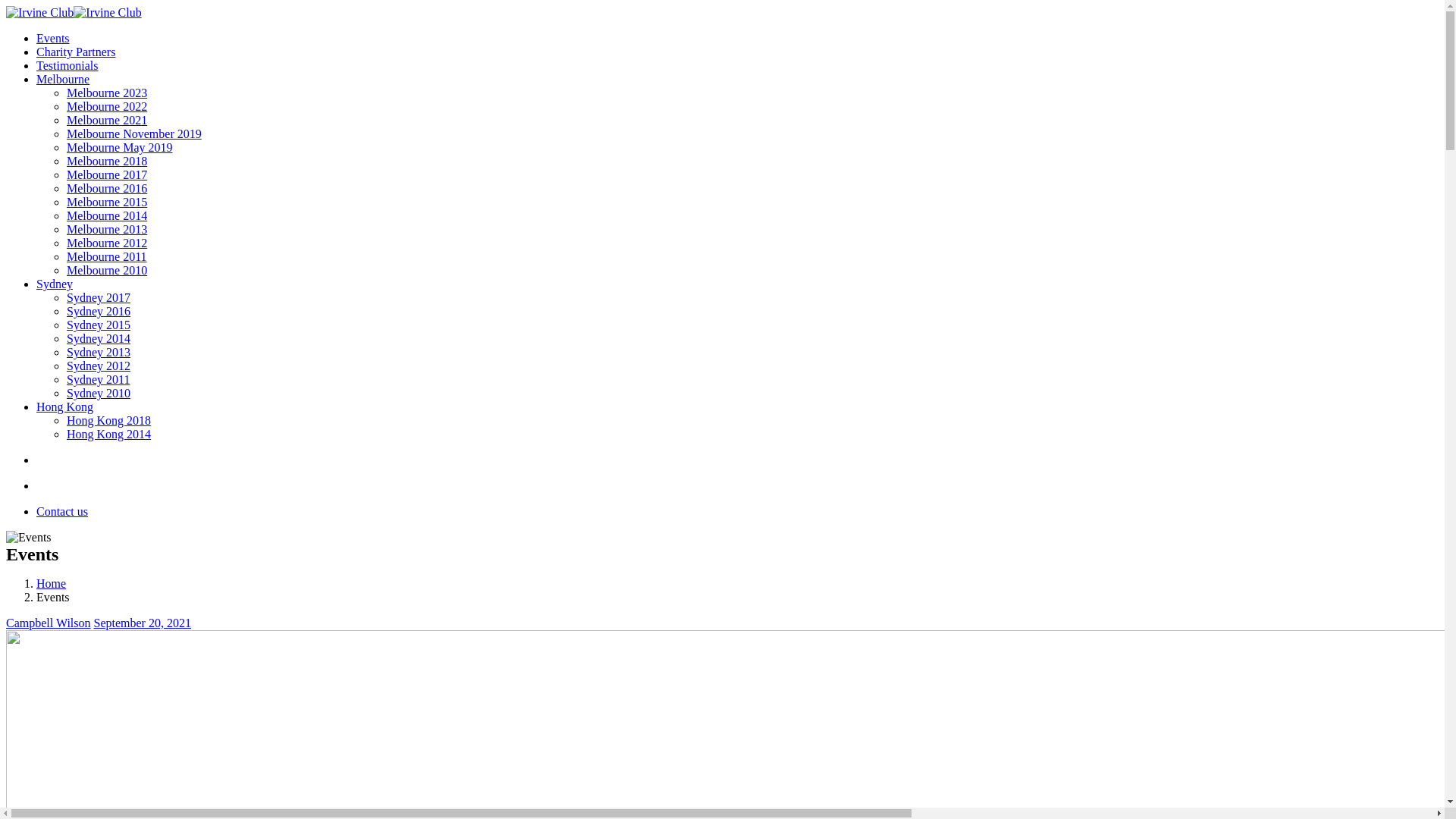 The height and width of the screenshot is (819, 1456). What do you see at coordinates (65, 187) in the screenshot?
I see `'Melbourne 2016'` at bounding box center [65, 187].